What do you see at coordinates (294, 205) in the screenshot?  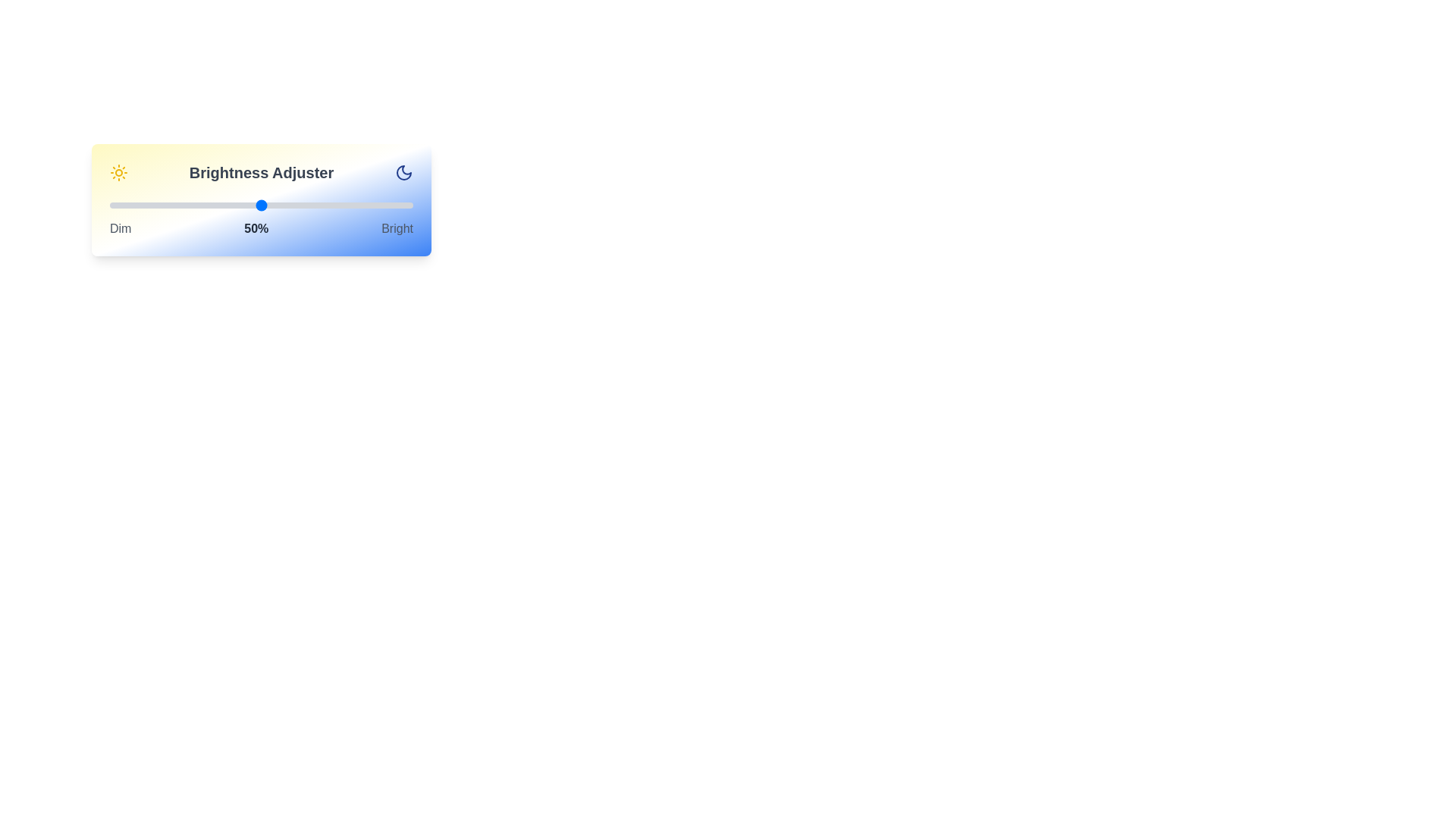 I see `the brightness to 61% using the slider` at bounding box center [294, 205].